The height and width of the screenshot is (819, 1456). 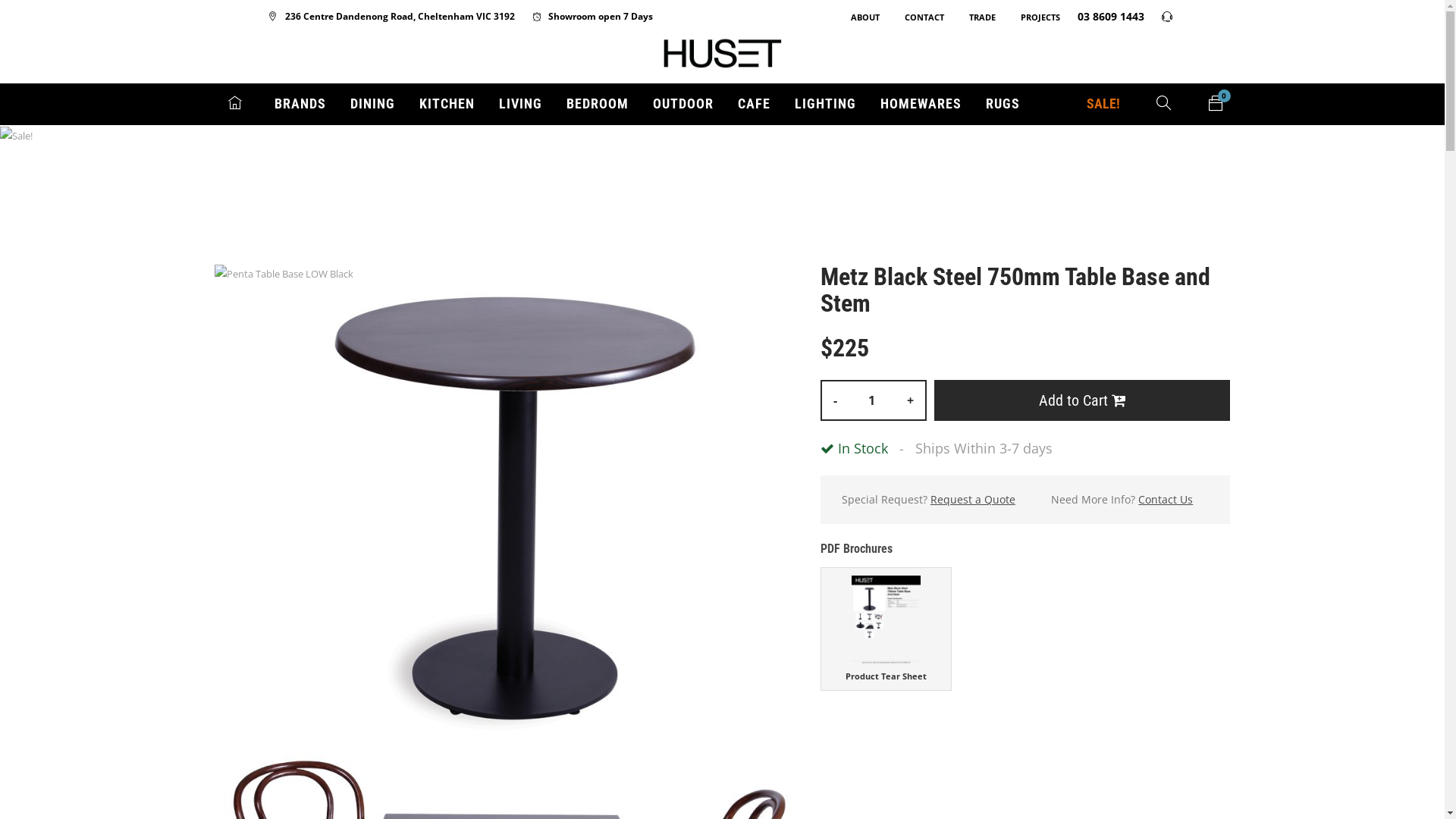 I want to click on 'CONTACT', so click(x=888, y=17).